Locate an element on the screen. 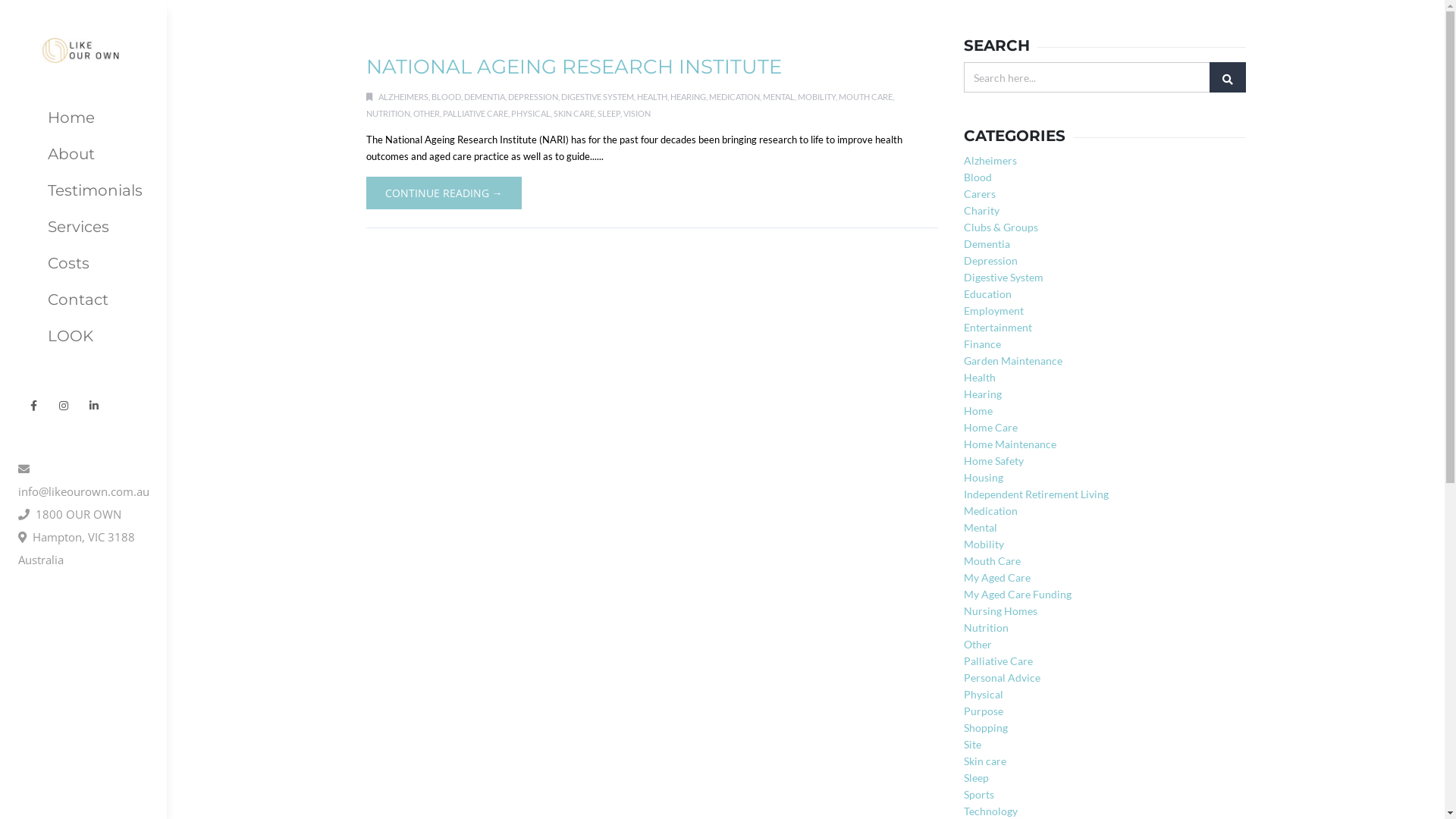 This screenshot has height=819, width=1456. 'Independent Retirement Living' is located at coordinates (1035, 494).